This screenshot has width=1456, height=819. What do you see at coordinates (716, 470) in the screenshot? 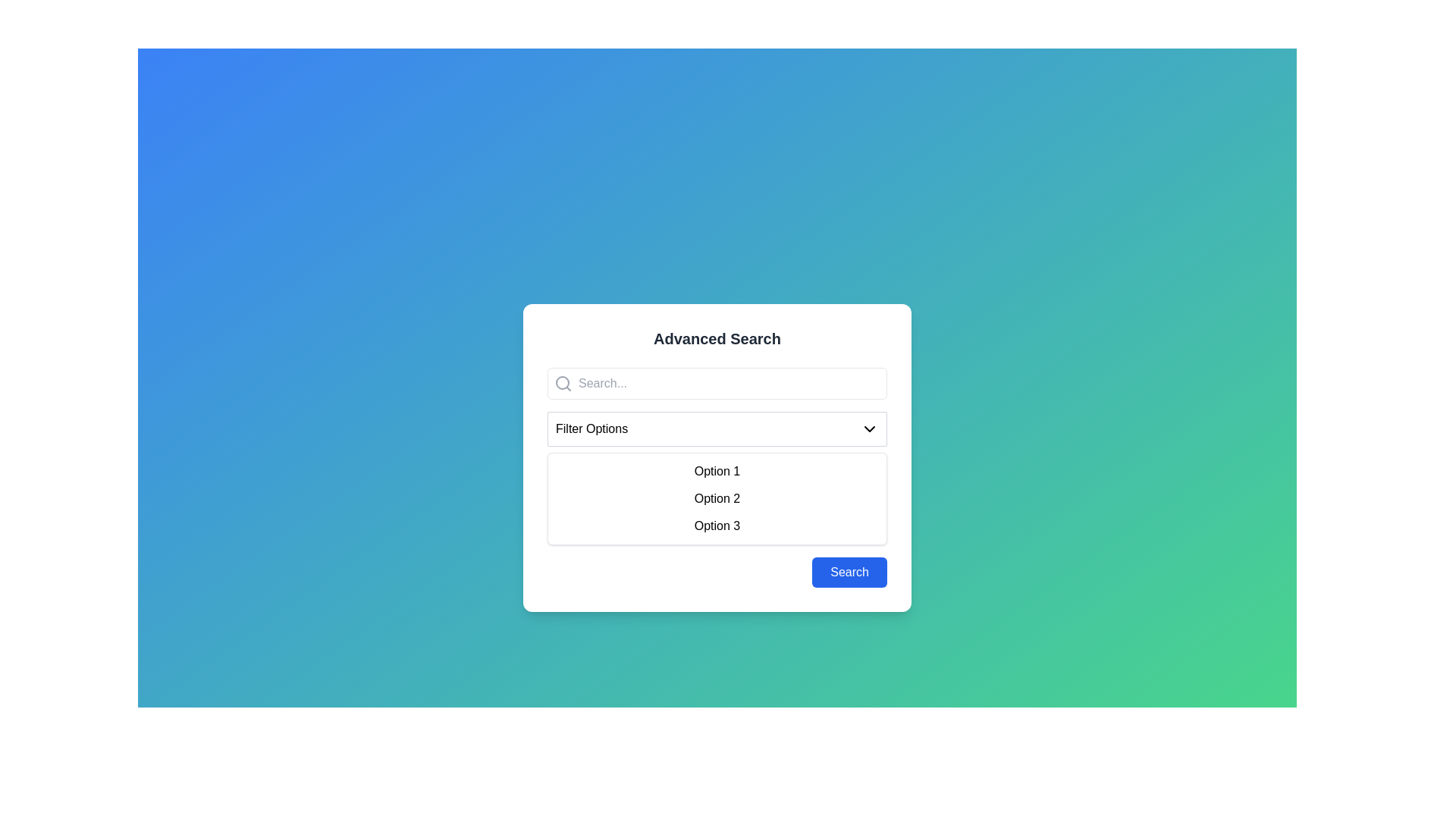
I see `the first selectable option labeled 'Option 1' in the dropdown menu under 'Filter Options'` at bounding box center [716, 470].